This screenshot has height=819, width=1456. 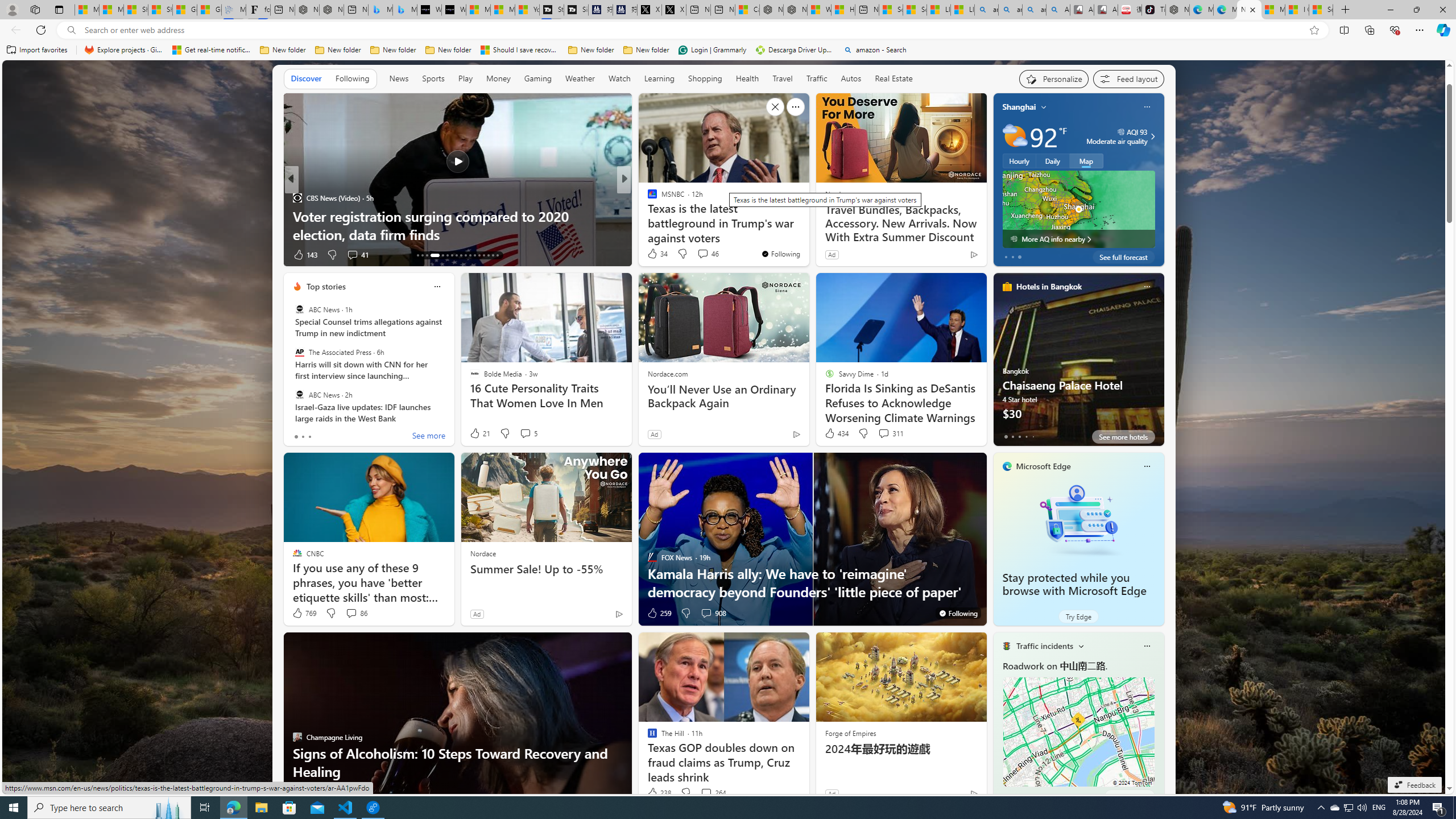 What do you see at coordinates (464, 78) in the screenshot?
I see `'Play'` at bounding box center [464, 78].